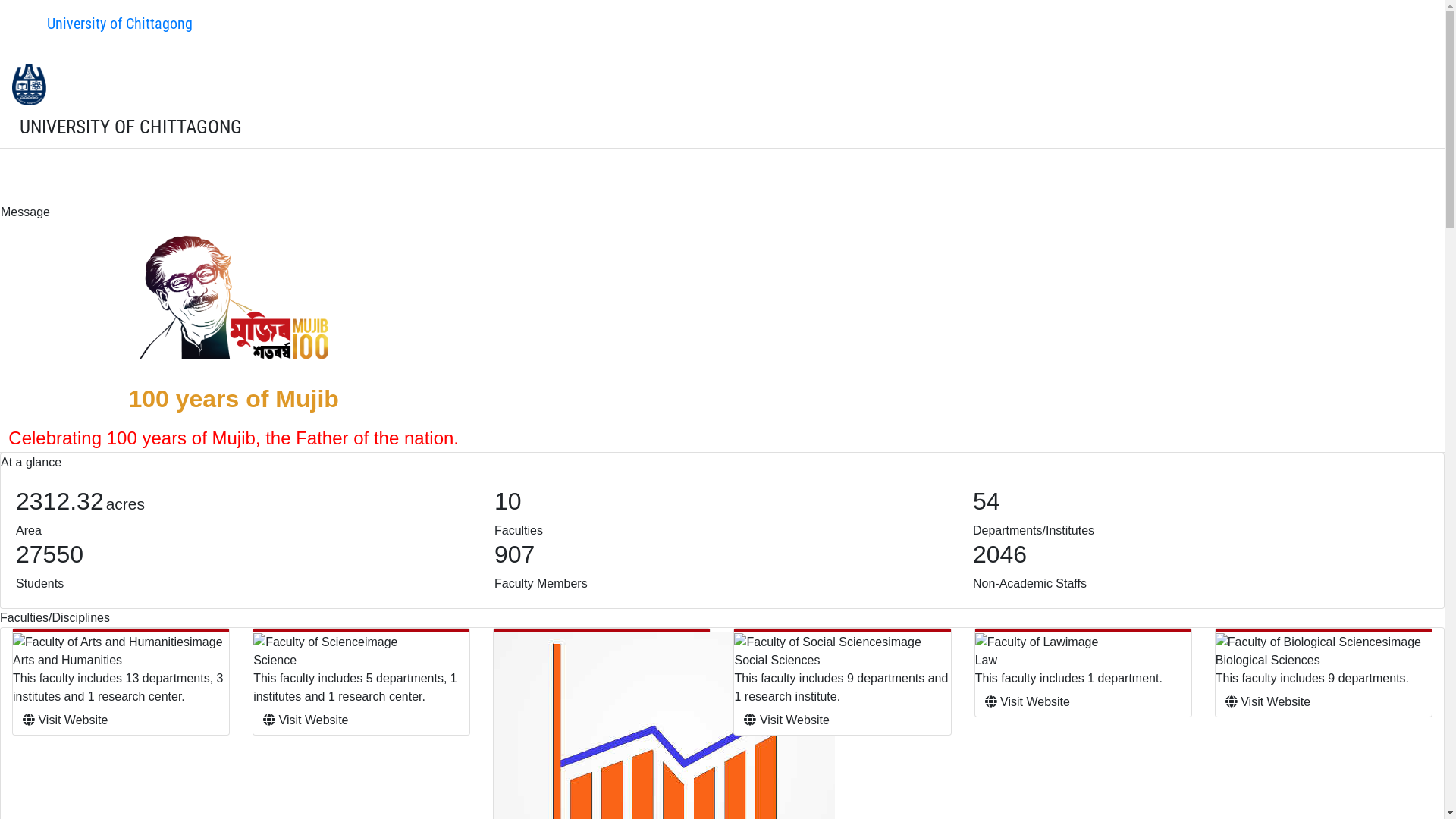 This screenshot has width=1456, height=819. I want to click on 'University of Chittagong', so click(105, 23).